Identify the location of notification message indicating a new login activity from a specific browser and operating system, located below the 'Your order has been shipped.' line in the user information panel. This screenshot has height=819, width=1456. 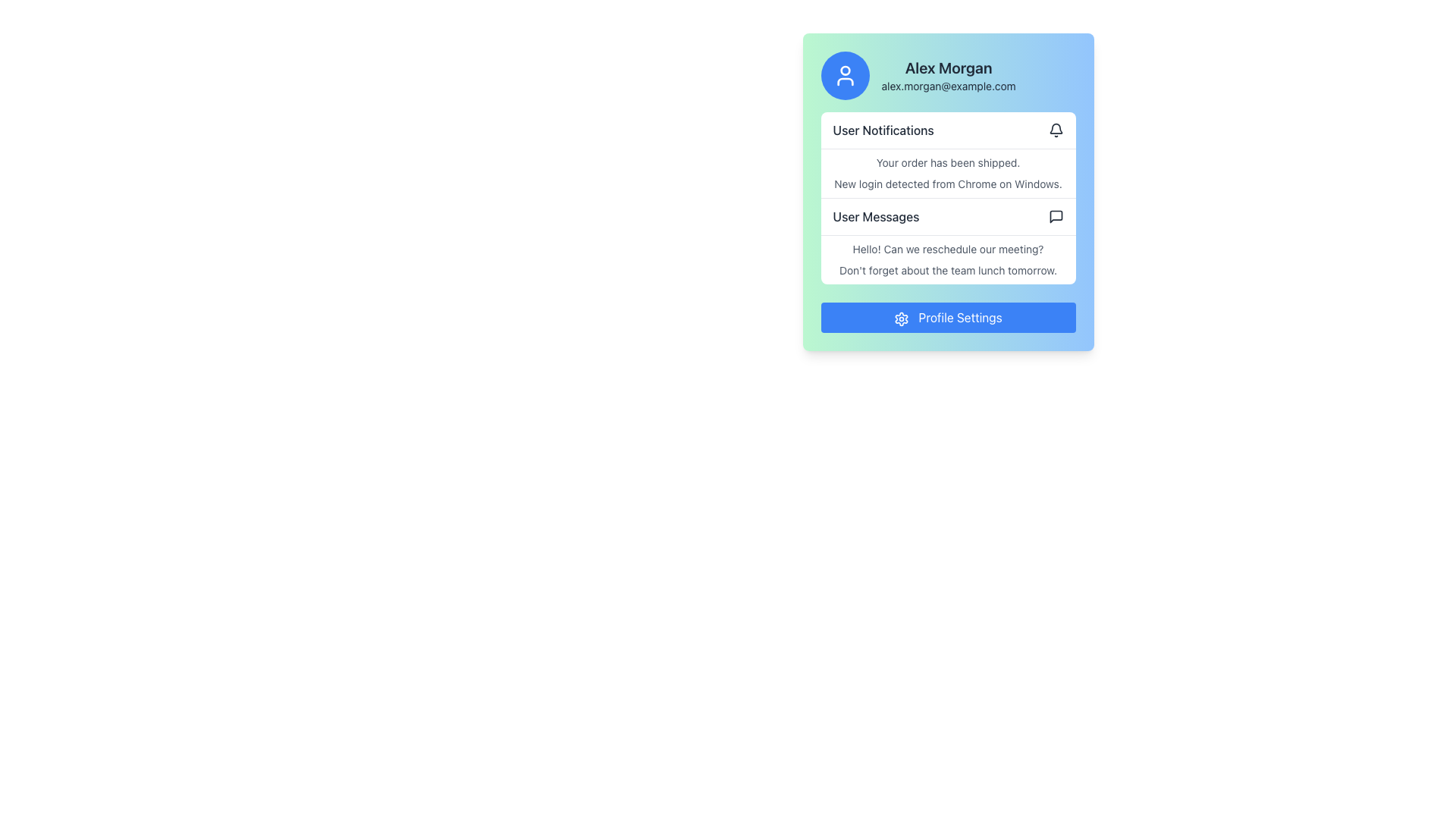
(947, 184).